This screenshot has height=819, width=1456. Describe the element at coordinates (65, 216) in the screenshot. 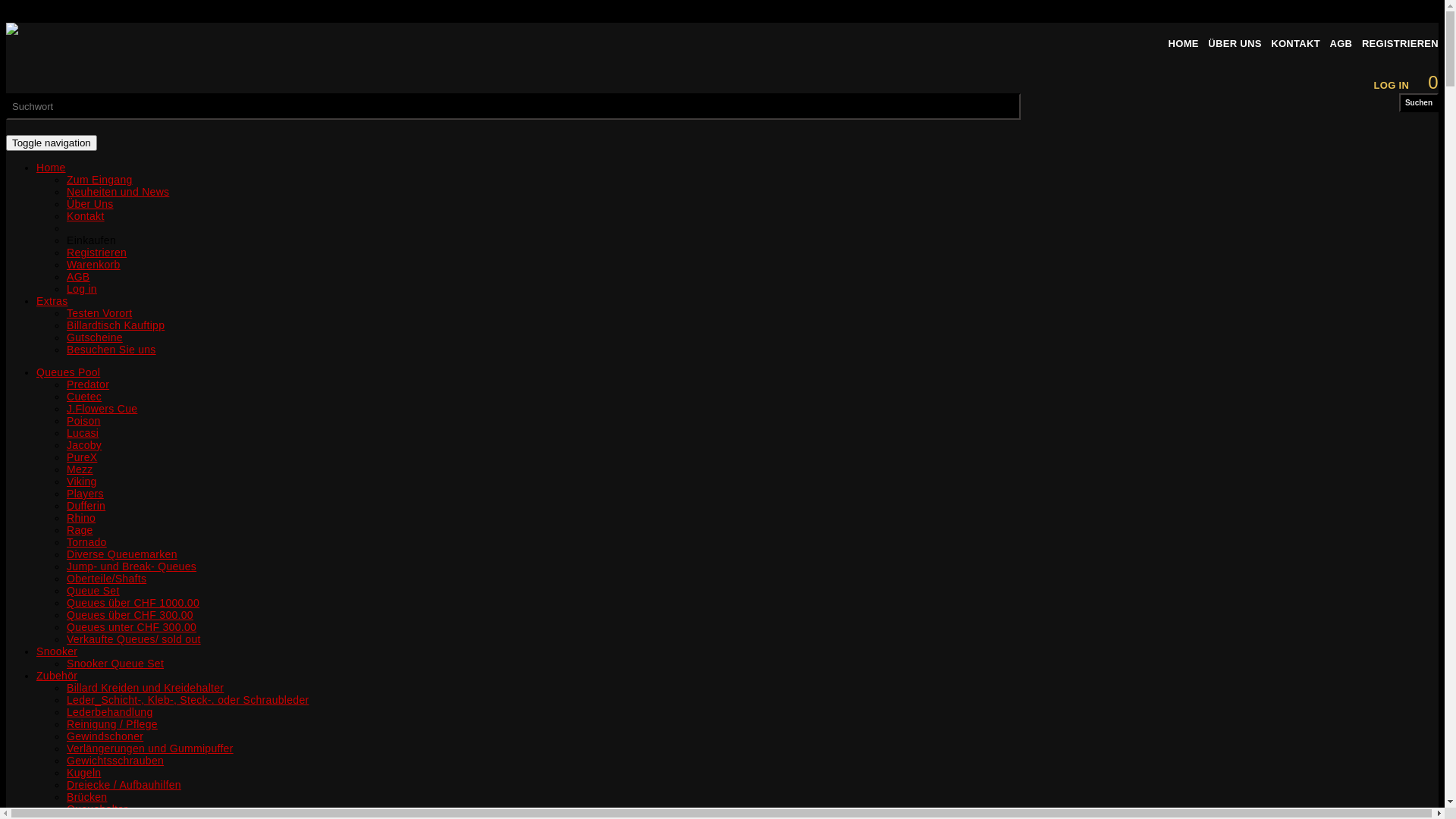

I see `'Kontakt'` at that location.